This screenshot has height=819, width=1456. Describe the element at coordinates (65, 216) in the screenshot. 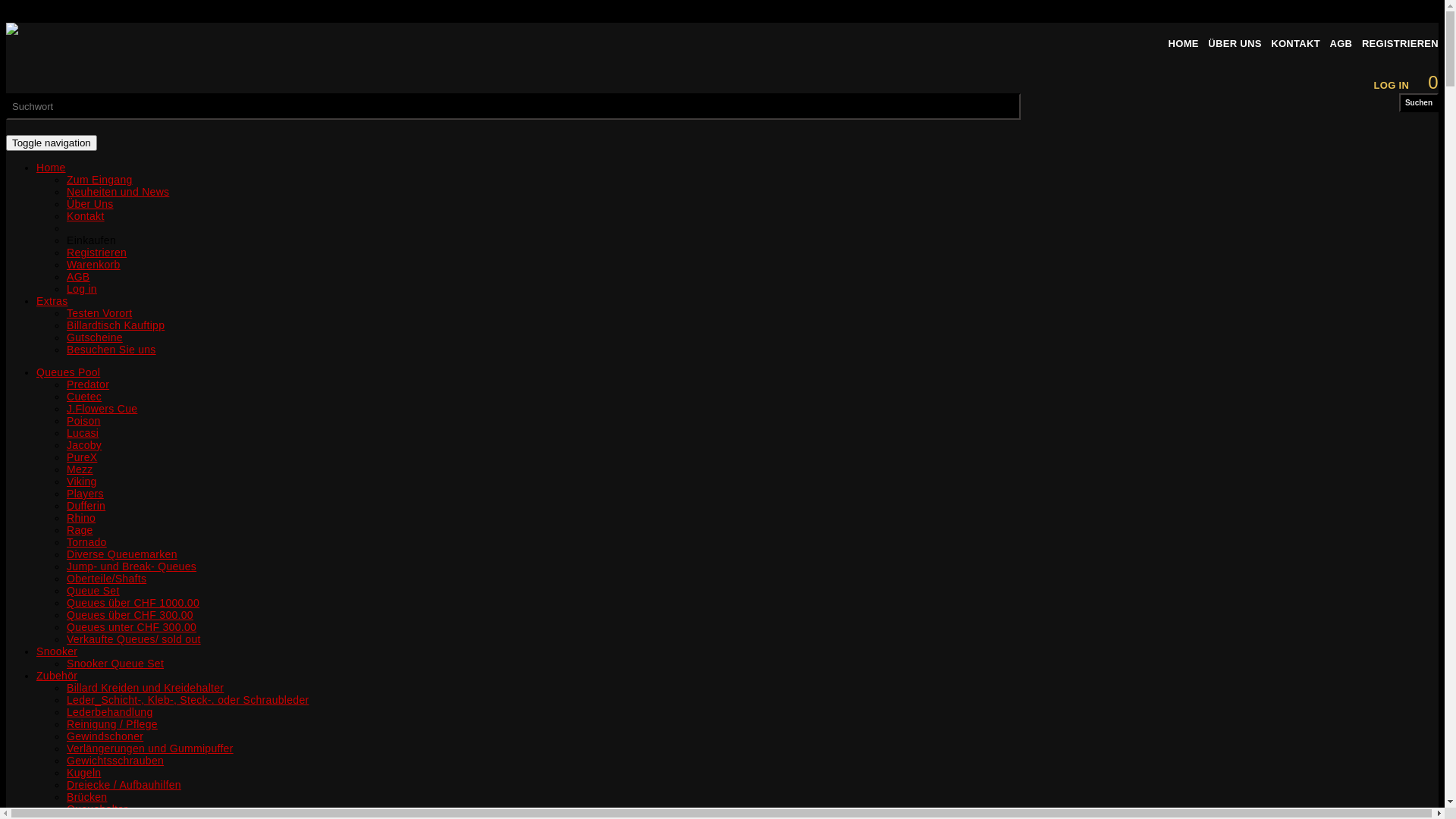

I see `'Kontakt'` at that location.